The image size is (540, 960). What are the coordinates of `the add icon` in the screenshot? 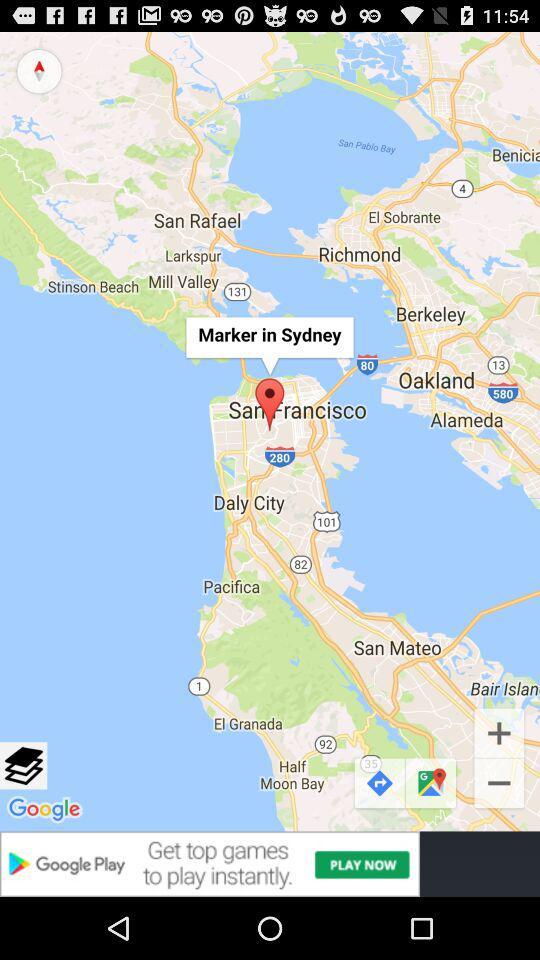 It's located at (498, 783).